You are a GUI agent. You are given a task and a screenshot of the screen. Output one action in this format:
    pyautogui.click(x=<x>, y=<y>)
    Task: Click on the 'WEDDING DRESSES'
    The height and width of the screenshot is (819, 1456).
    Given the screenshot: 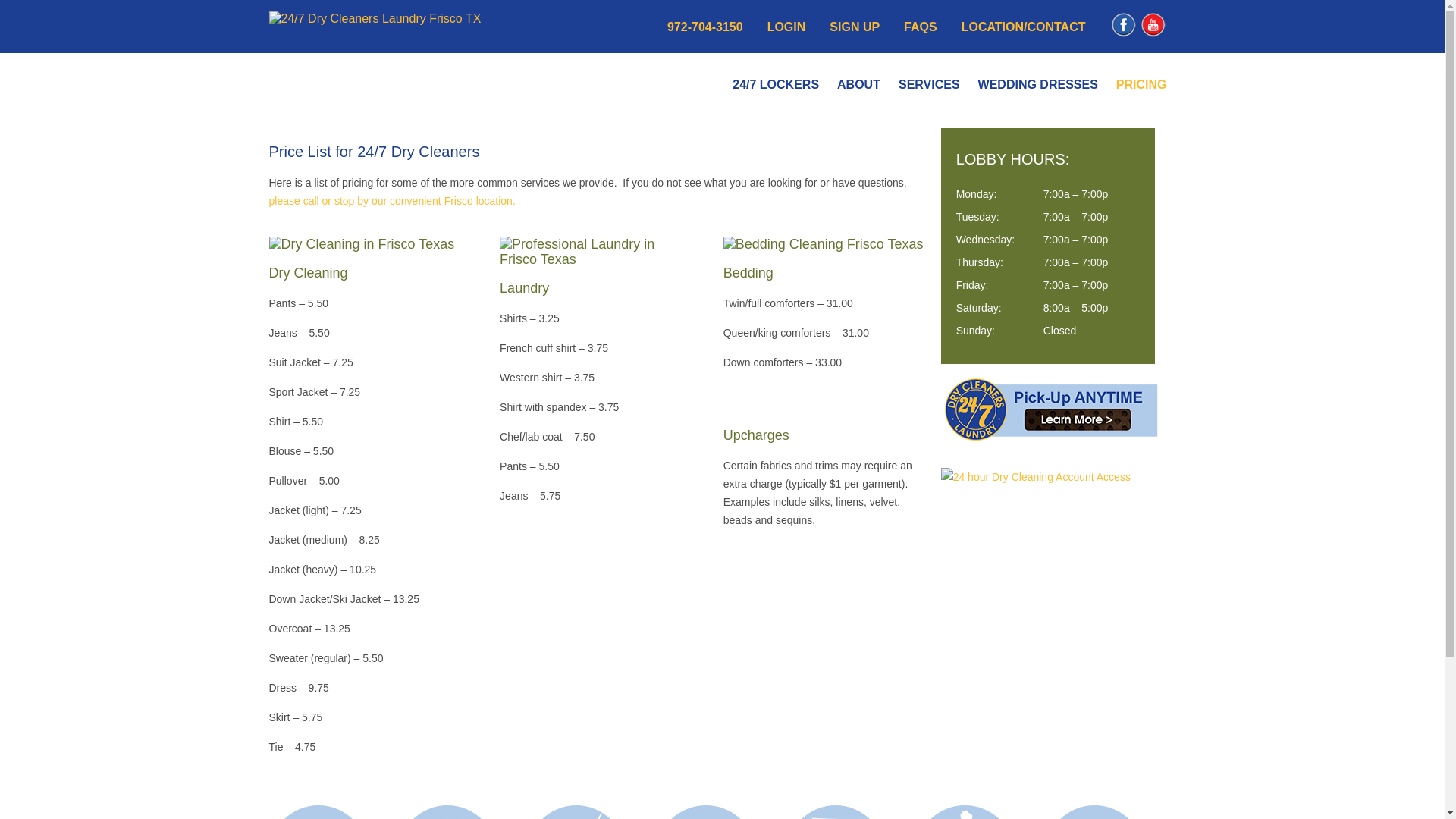 What is the action you would take?
    pyautogui.click(x=1037, y=84)
    